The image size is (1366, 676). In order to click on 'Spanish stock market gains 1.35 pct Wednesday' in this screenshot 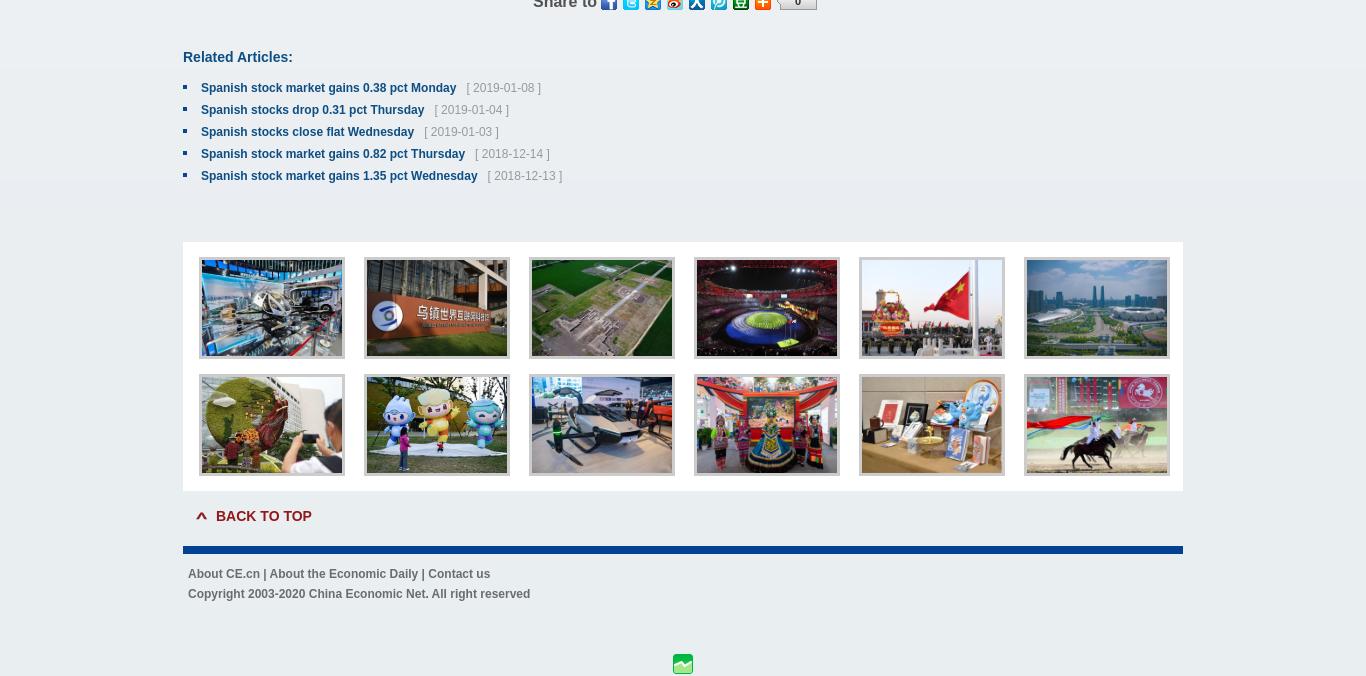, I will do `click(199, 175)`.